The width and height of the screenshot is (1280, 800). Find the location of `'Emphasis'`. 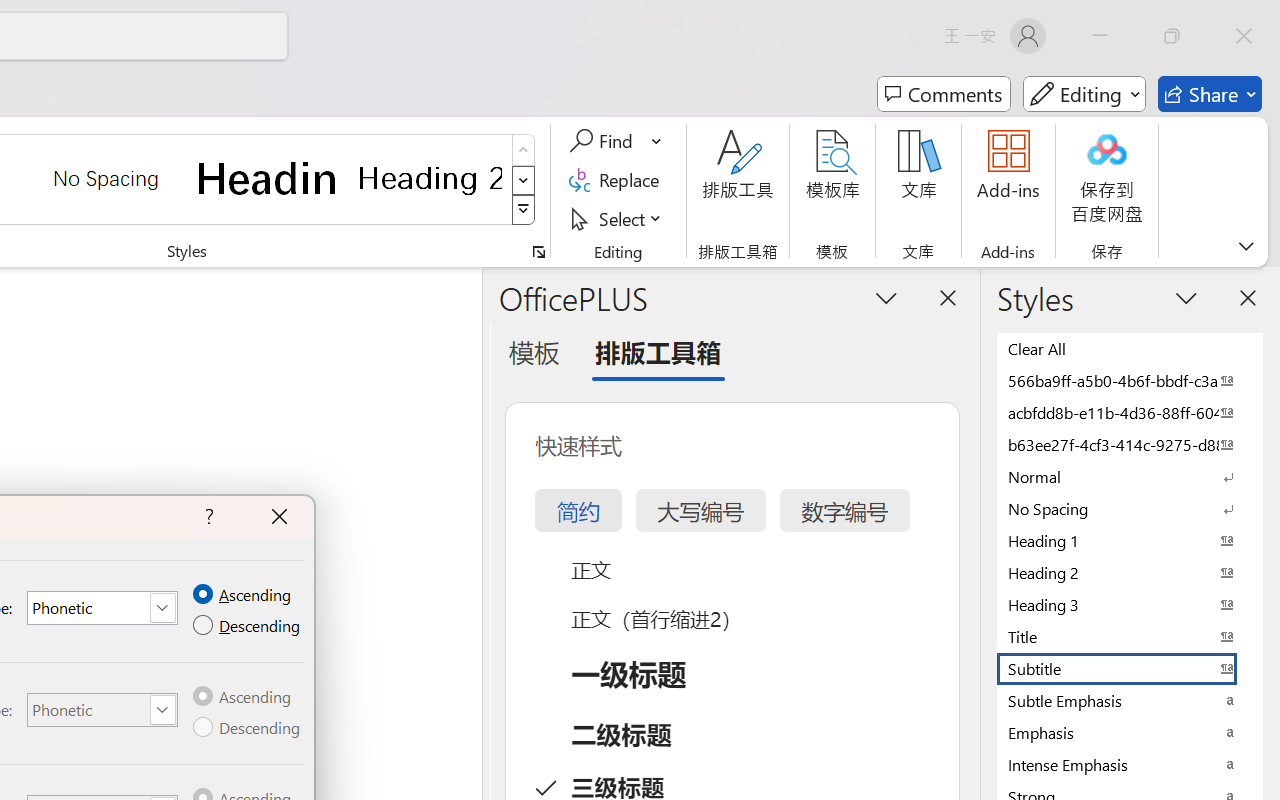

'Emphasis' is located at coordinates (1130, 731).